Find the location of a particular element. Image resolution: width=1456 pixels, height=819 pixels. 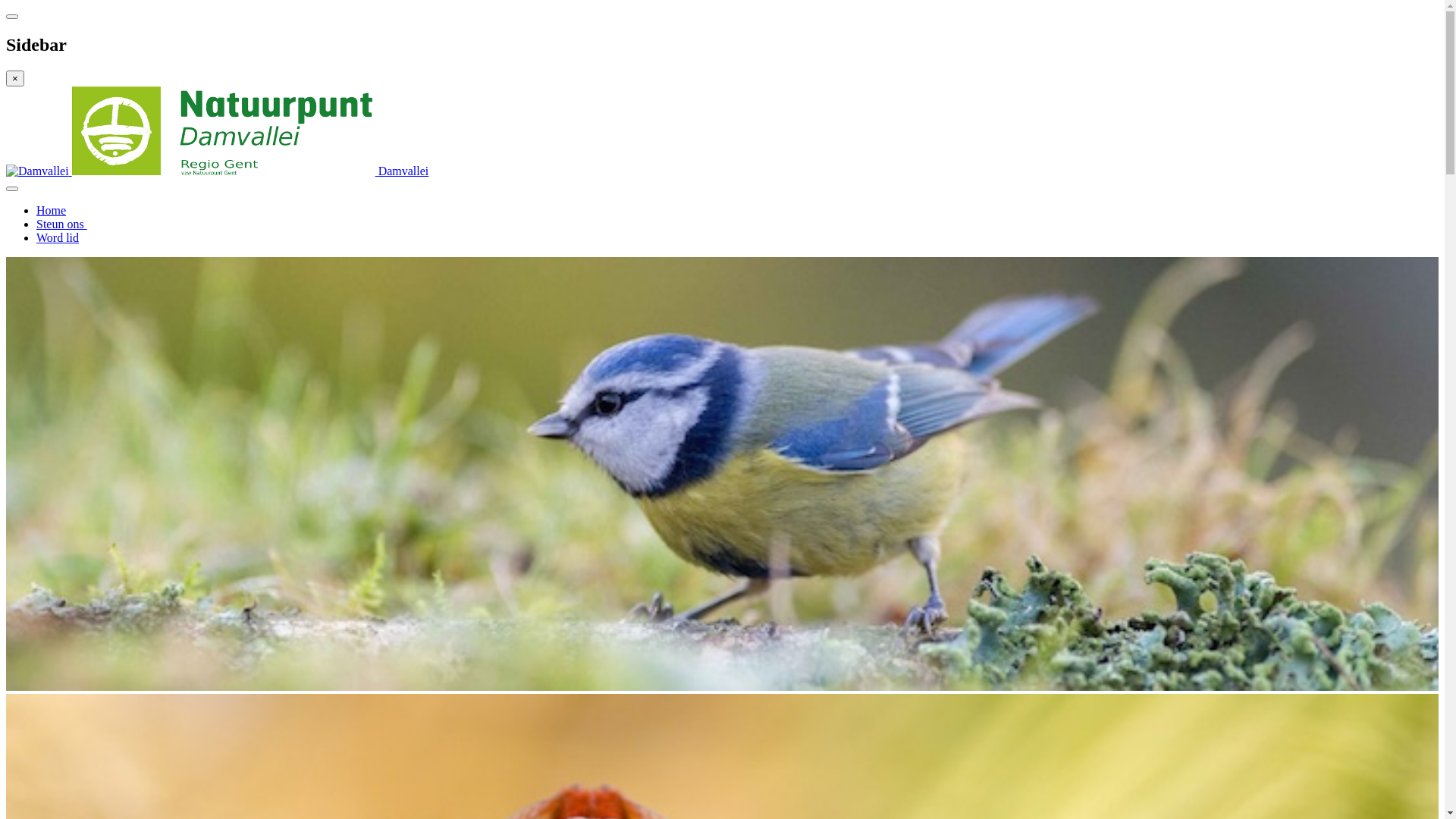

'Home' is located at coordinates (51, 210).